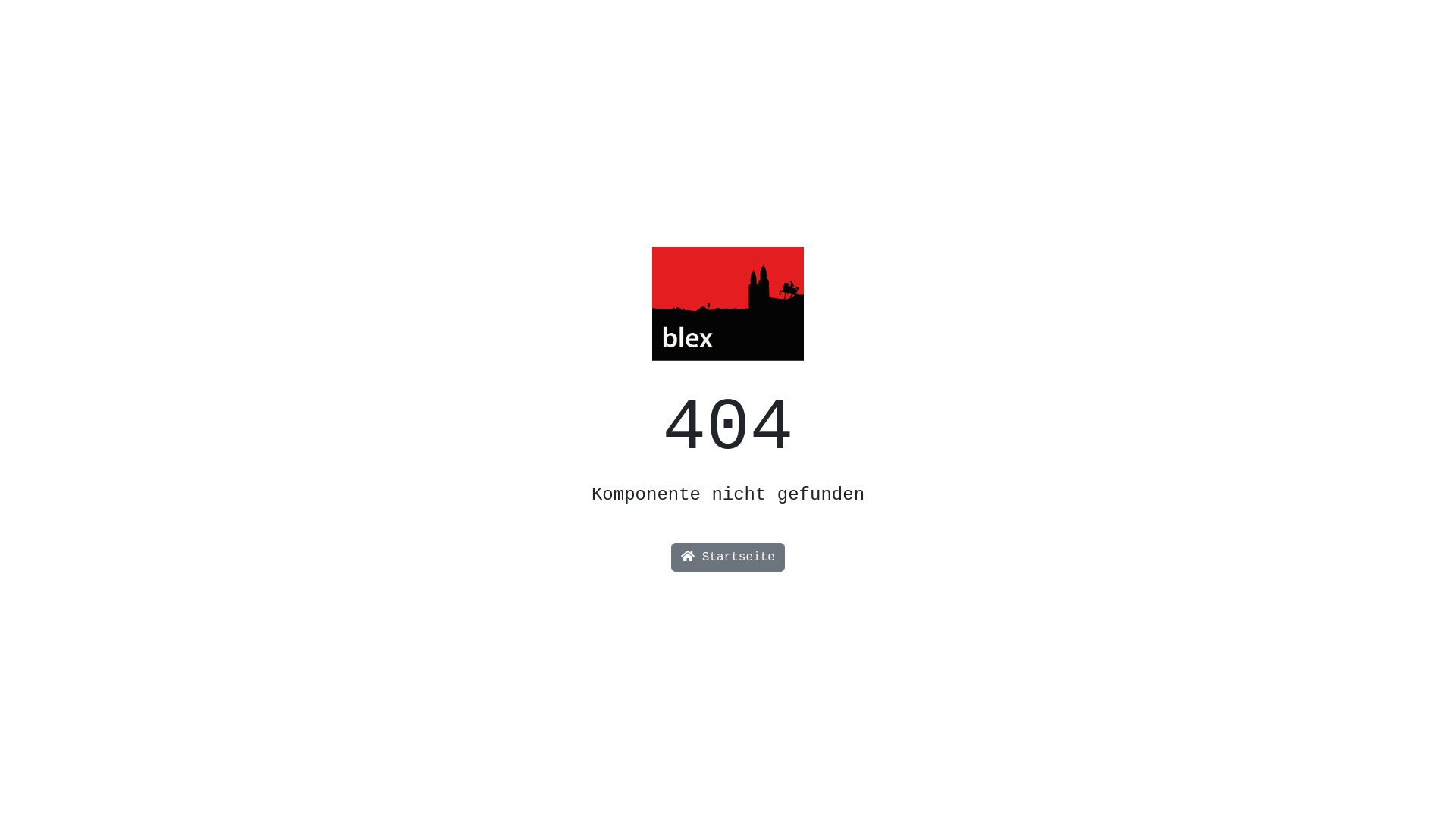  What do you see at coordinates (670, 557) in the screenshot?
I see `'Startseite'` at bounding box center [670, 557].